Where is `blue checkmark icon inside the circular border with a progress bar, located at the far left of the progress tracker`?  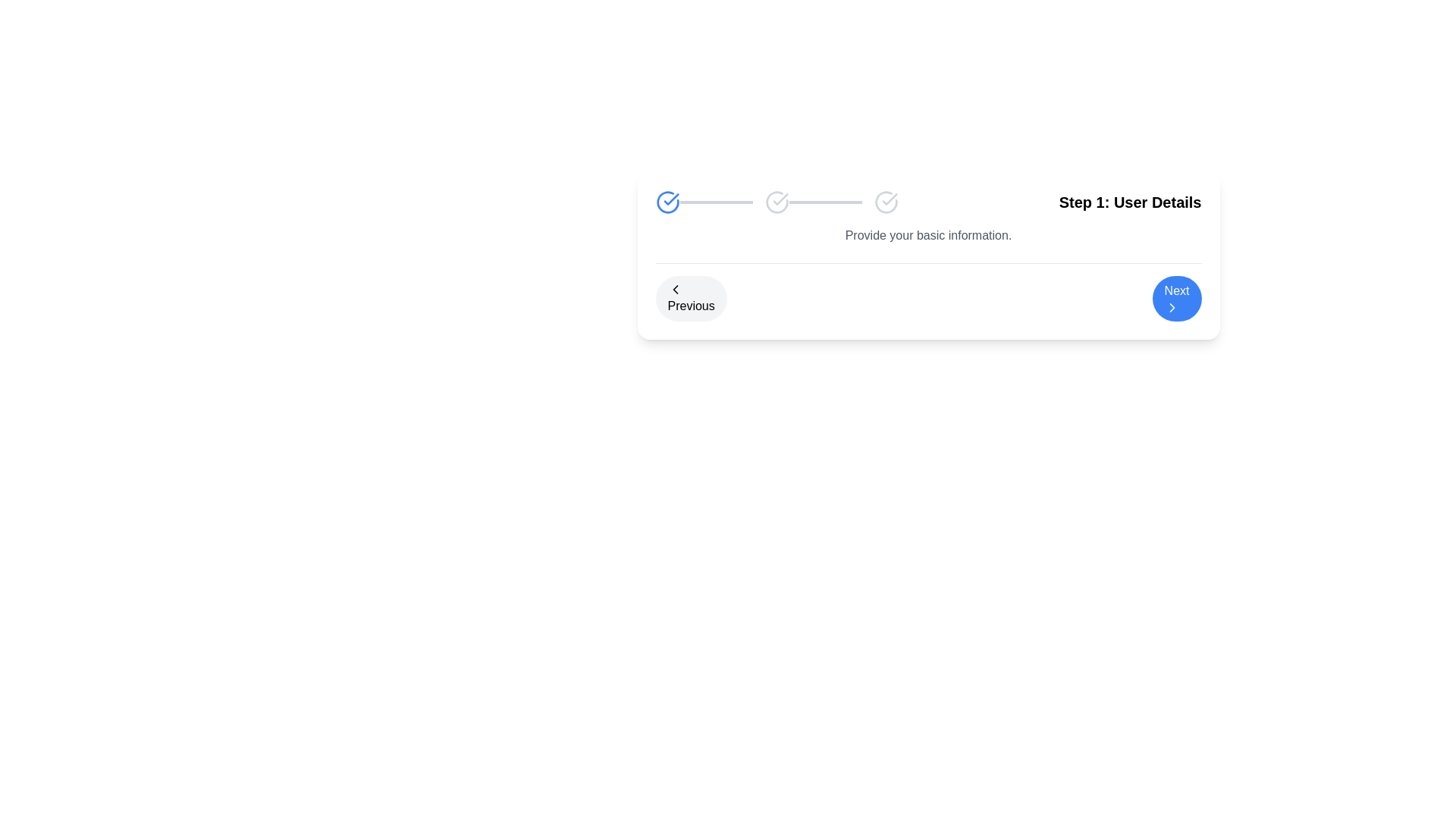 blue checkmark icon inside the circular border with a progress bar, located at the far left of the progress tracker is located at coordinates (703, 201).